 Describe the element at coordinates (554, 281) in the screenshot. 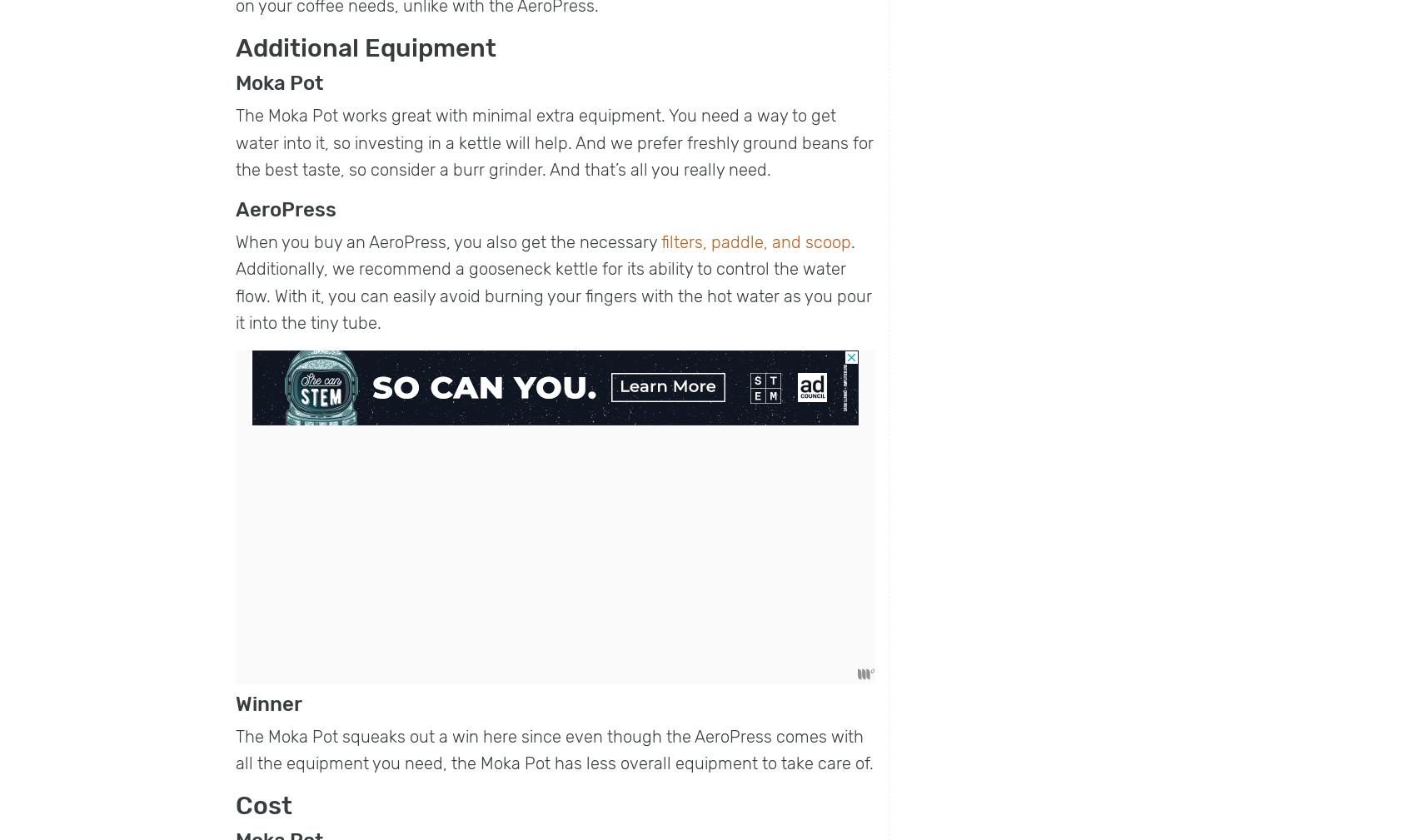

I see `'. Additionally, we recommend a gooseneck kettle for its ability to control the water flow. With it, you can easily avoid burning your fingers with the hot water as you pour it into the tiny tube.'` at that location.